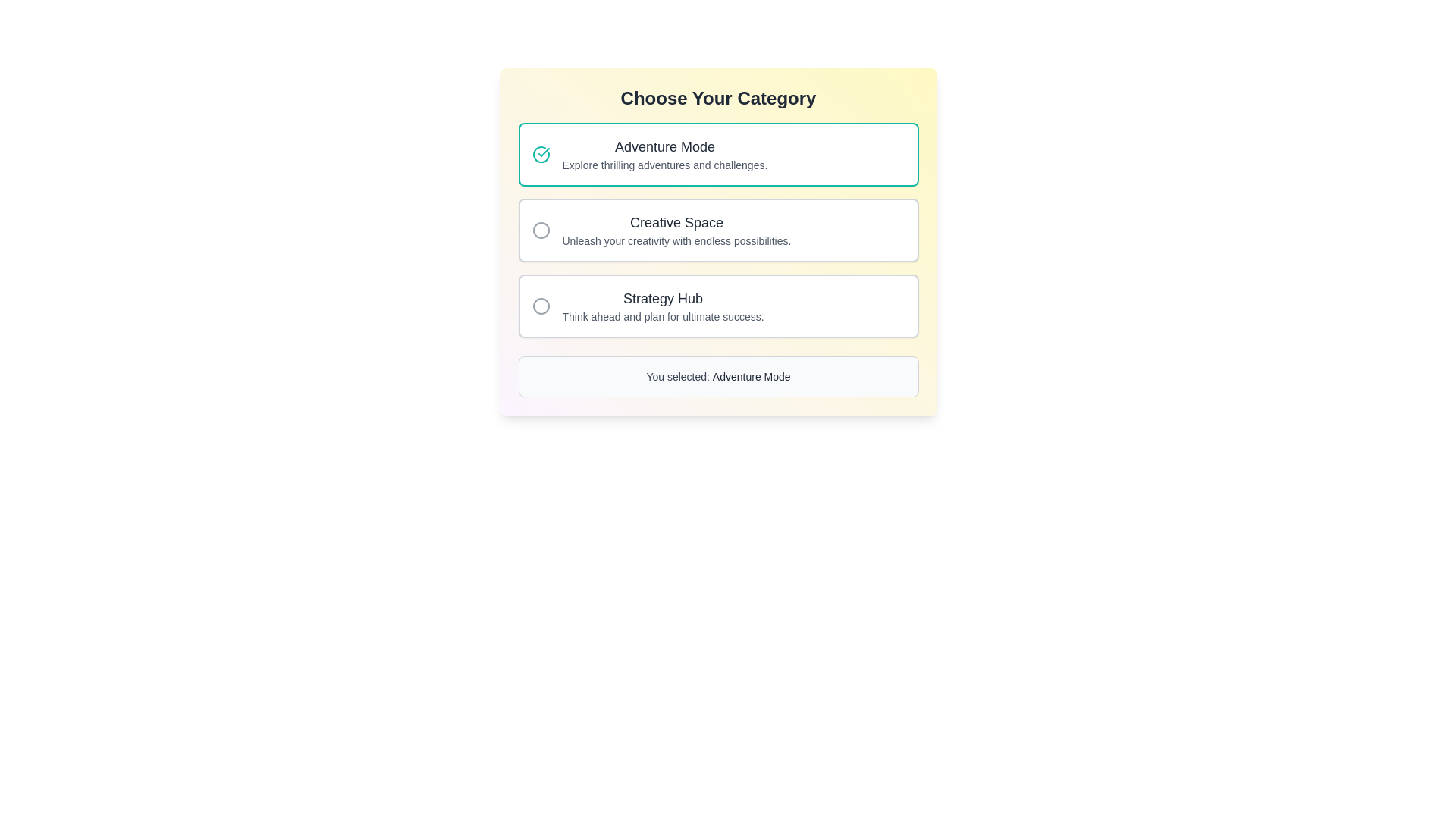  Describe the element at coordinates (717, 376) in the screenshot. I see `the informational text block displaying the message 'You selected: Adventure Mode', which is a gray box with rounded corners located below the category selection options` at that location.